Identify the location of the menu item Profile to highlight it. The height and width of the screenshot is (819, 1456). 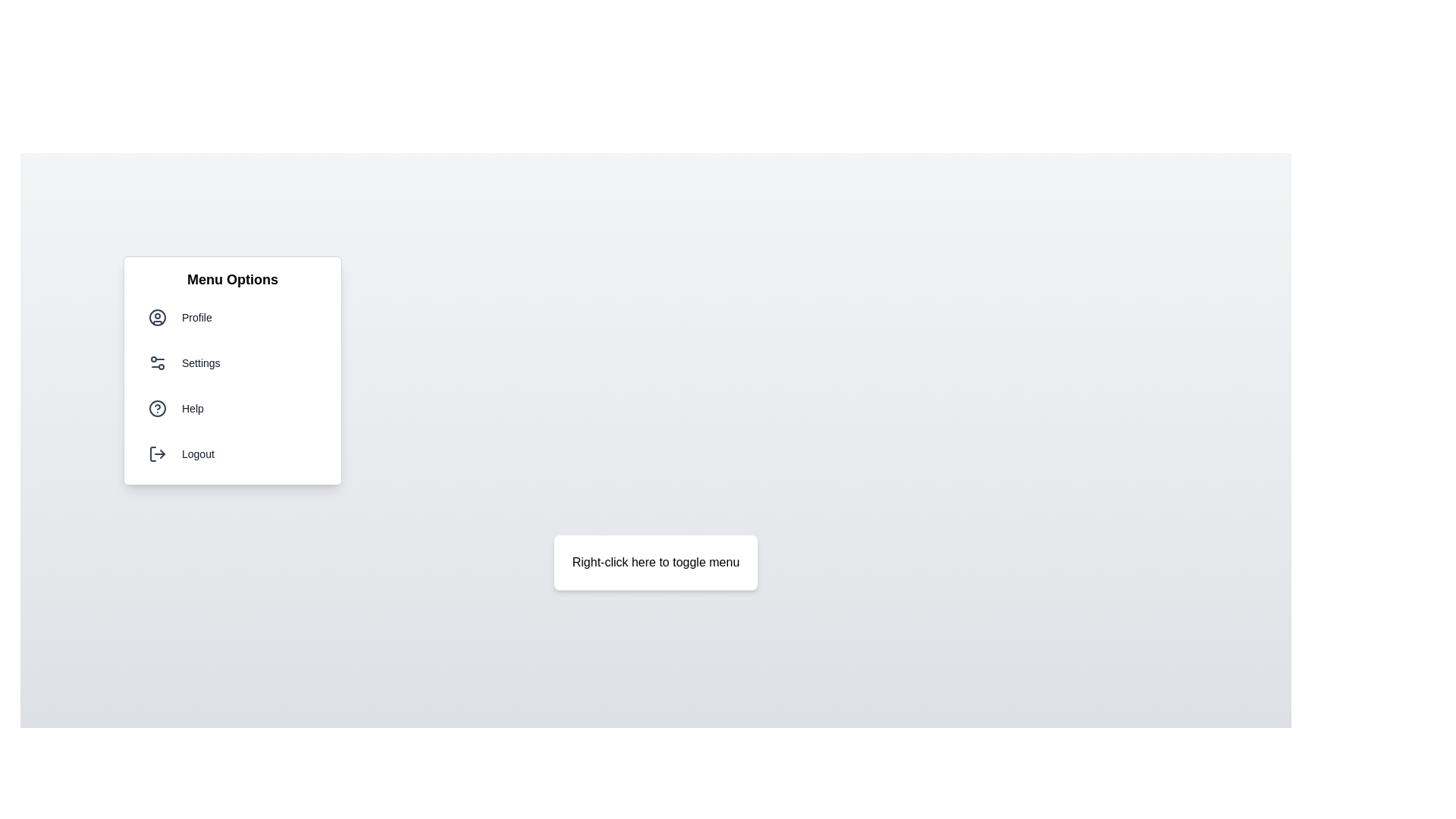
(232, 317).